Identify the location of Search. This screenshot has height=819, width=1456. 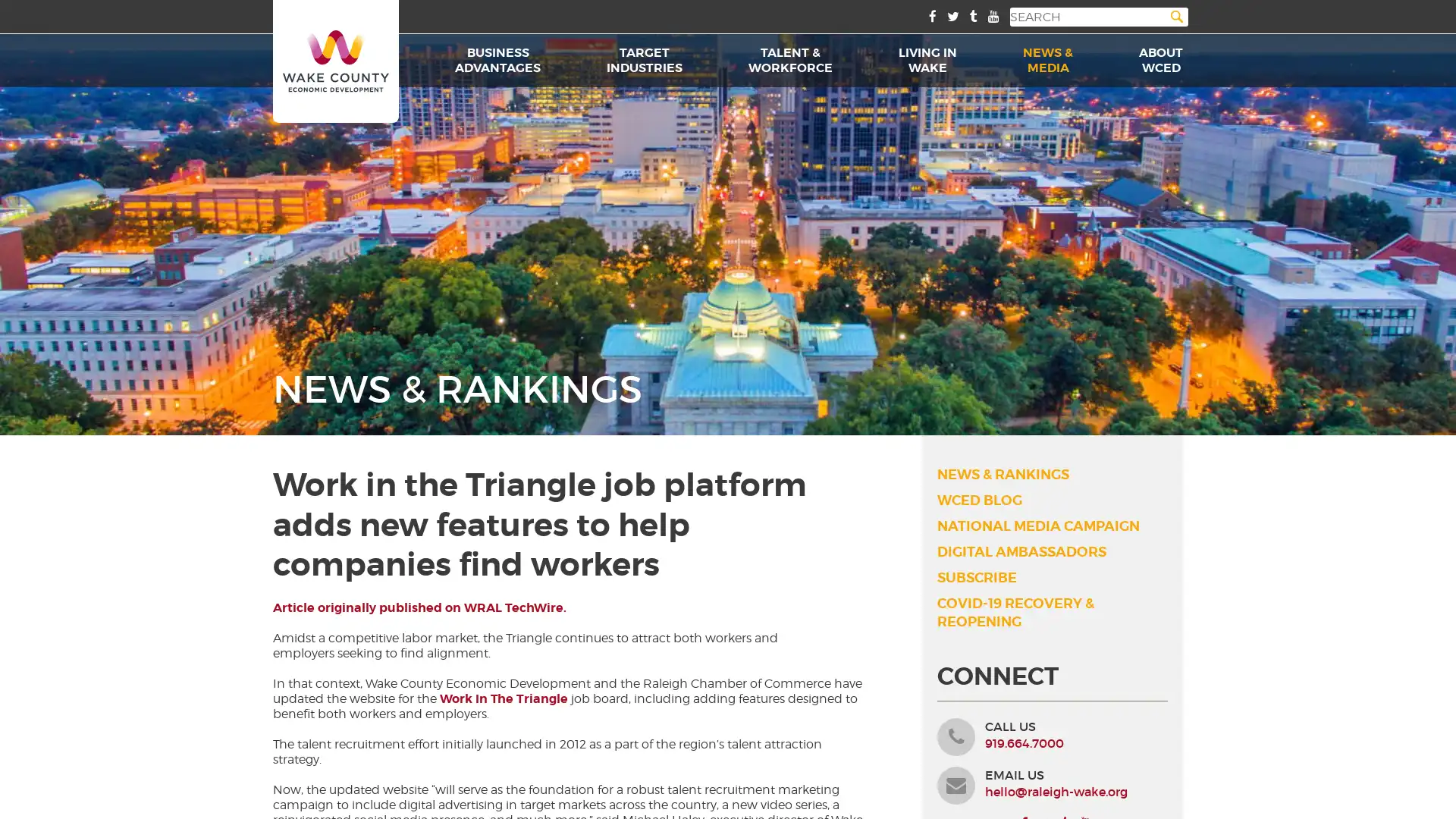
(1175, 17).